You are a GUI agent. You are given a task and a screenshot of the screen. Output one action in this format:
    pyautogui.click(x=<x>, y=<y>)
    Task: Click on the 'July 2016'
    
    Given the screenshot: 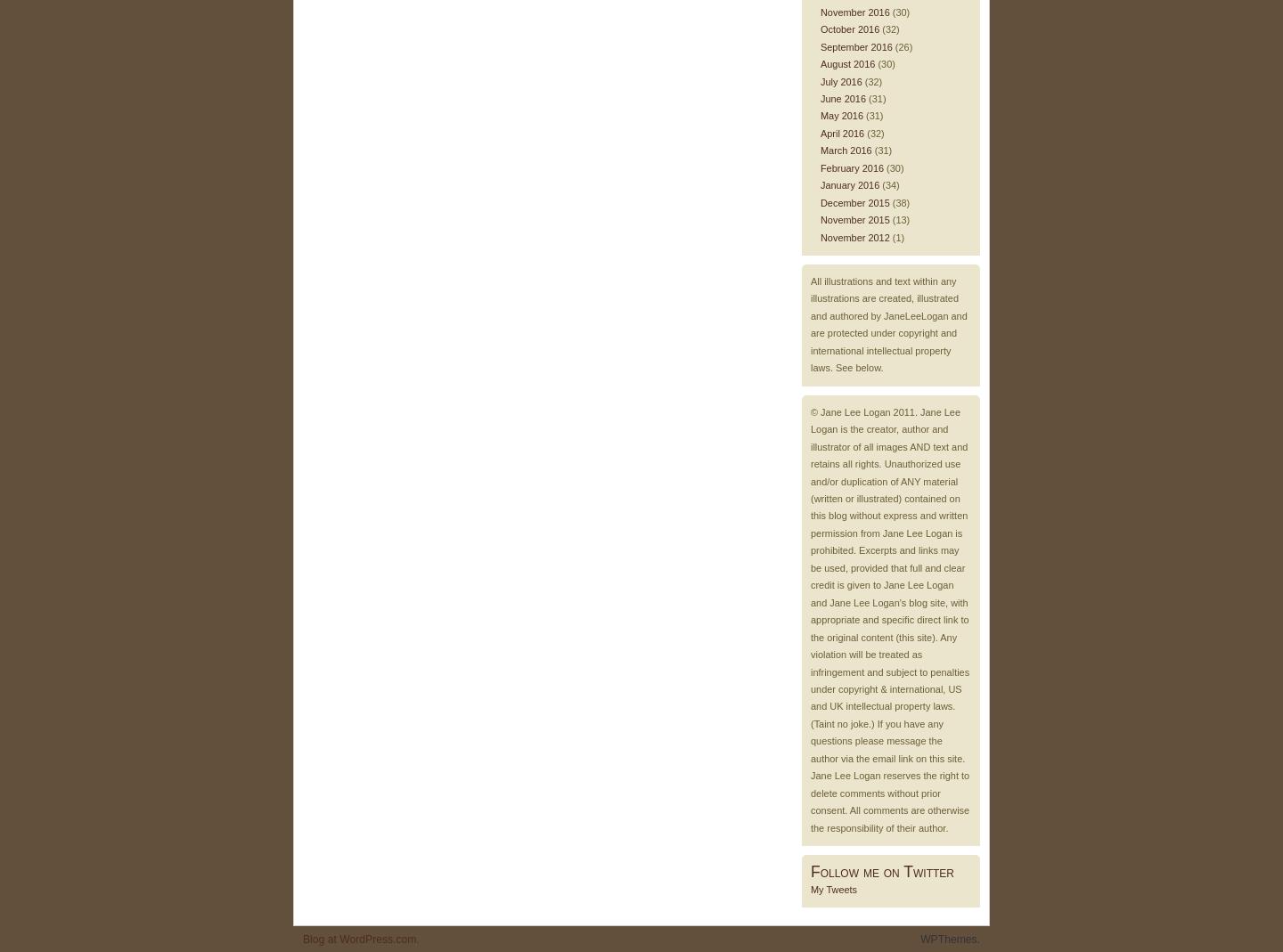 What is the action you would take?
    pyautogui.click(x=840, y=79)
    